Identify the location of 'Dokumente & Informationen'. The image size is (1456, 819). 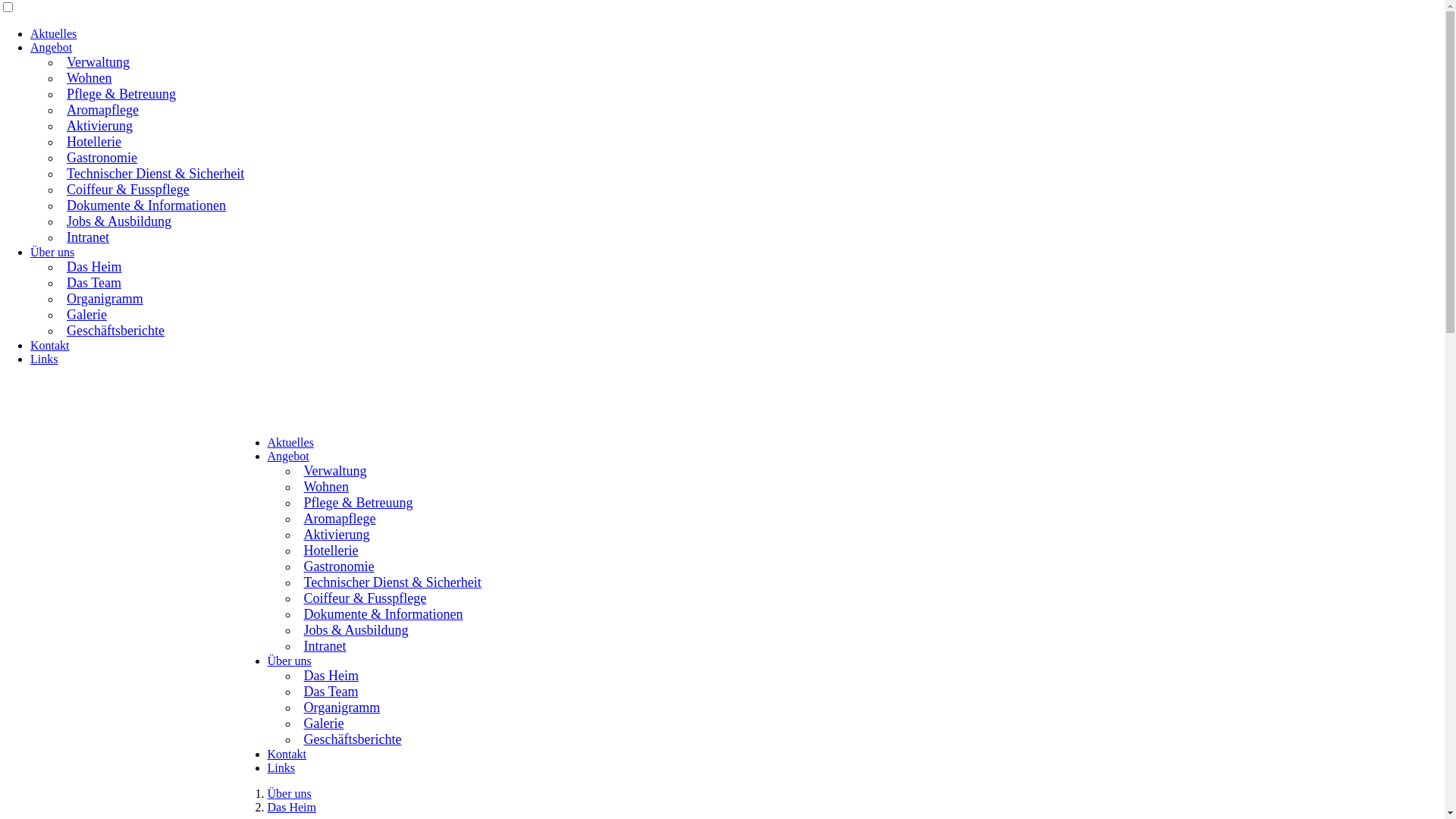
(381, 611).